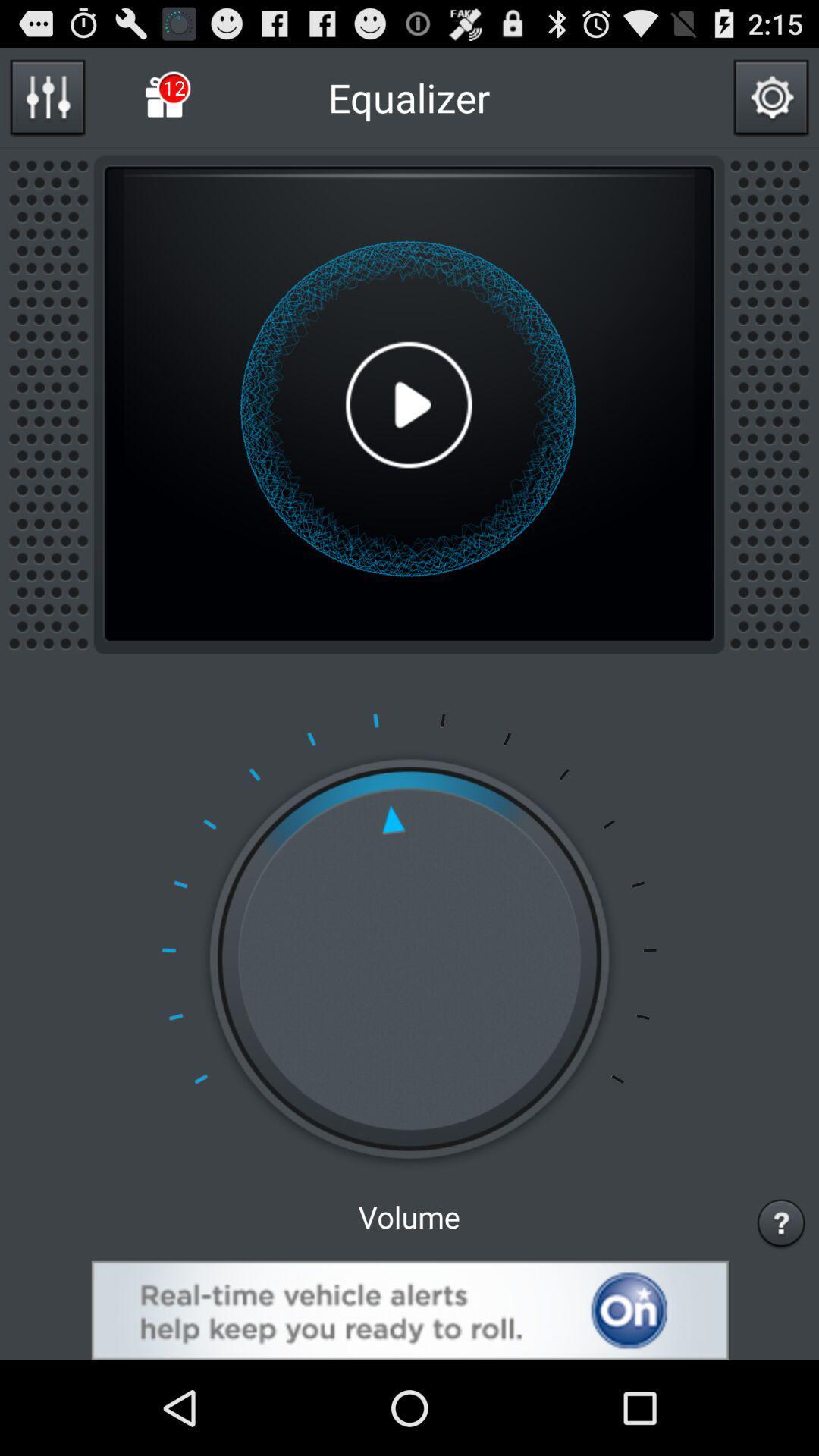 The image size is (819, 1456). I want to click on the help icon, so click(781, 1308).